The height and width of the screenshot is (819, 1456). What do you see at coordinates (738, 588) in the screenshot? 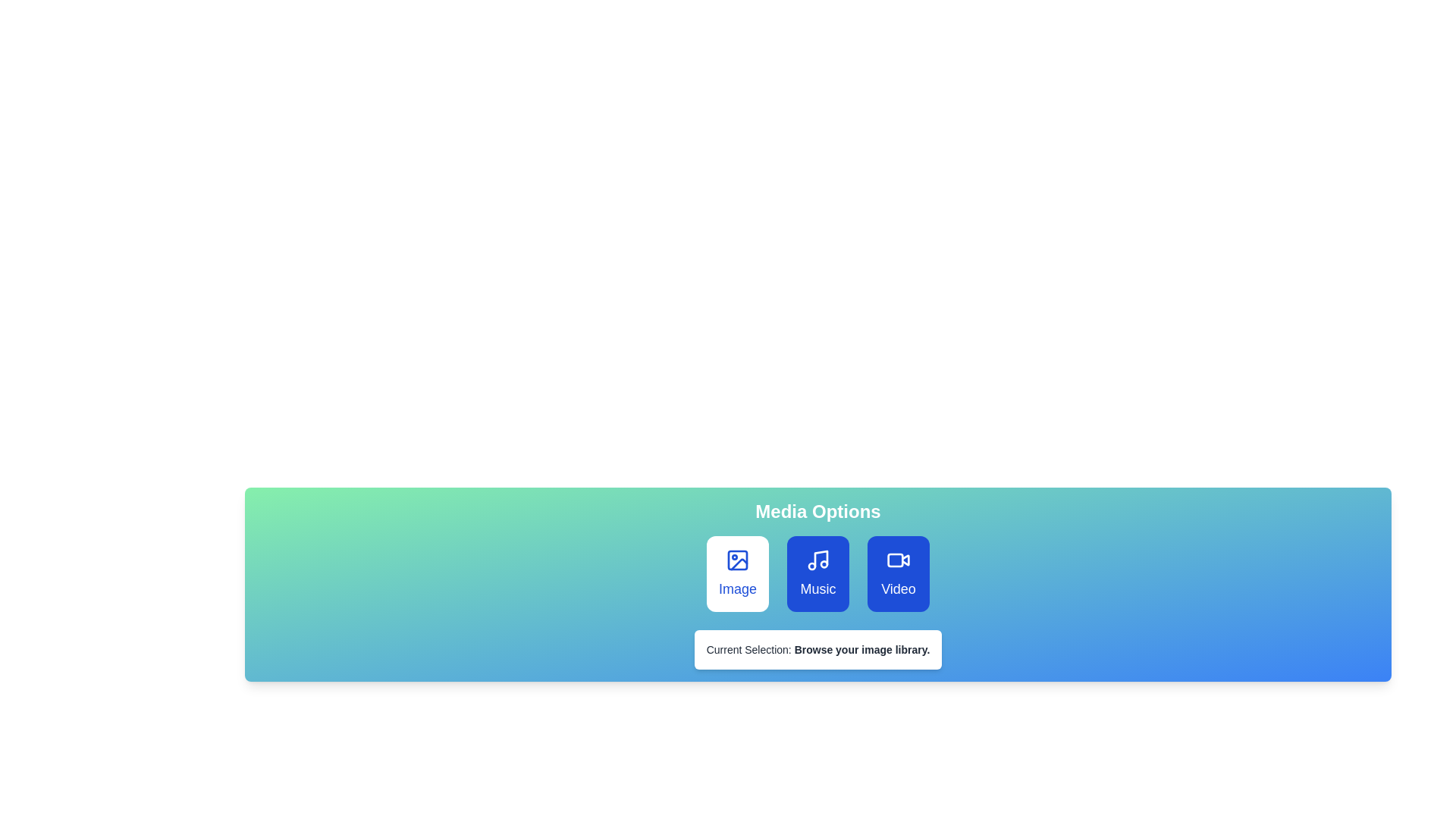
I see `the label text 'Image' that serves as a textual label for a button grouping in a media selection interface` at bounding box center [738, 588].